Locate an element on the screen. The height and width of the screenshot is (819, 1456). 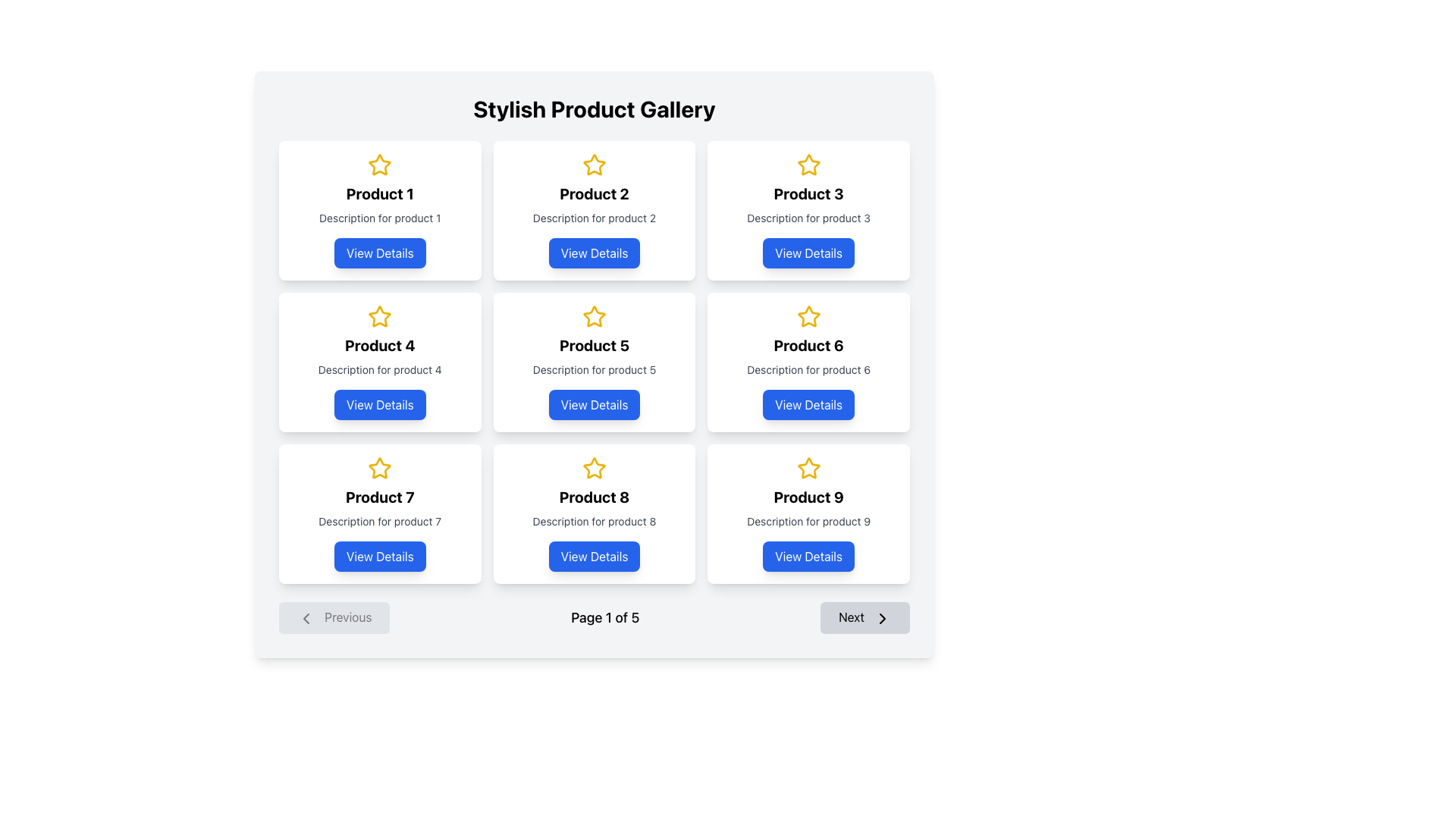
bold text label displaying 'Product 7' located in the middle row, leftmost column of the grid layout, positioned below a yellow star icon and above a smaller descriptive text is located at coordinates (380, 497).